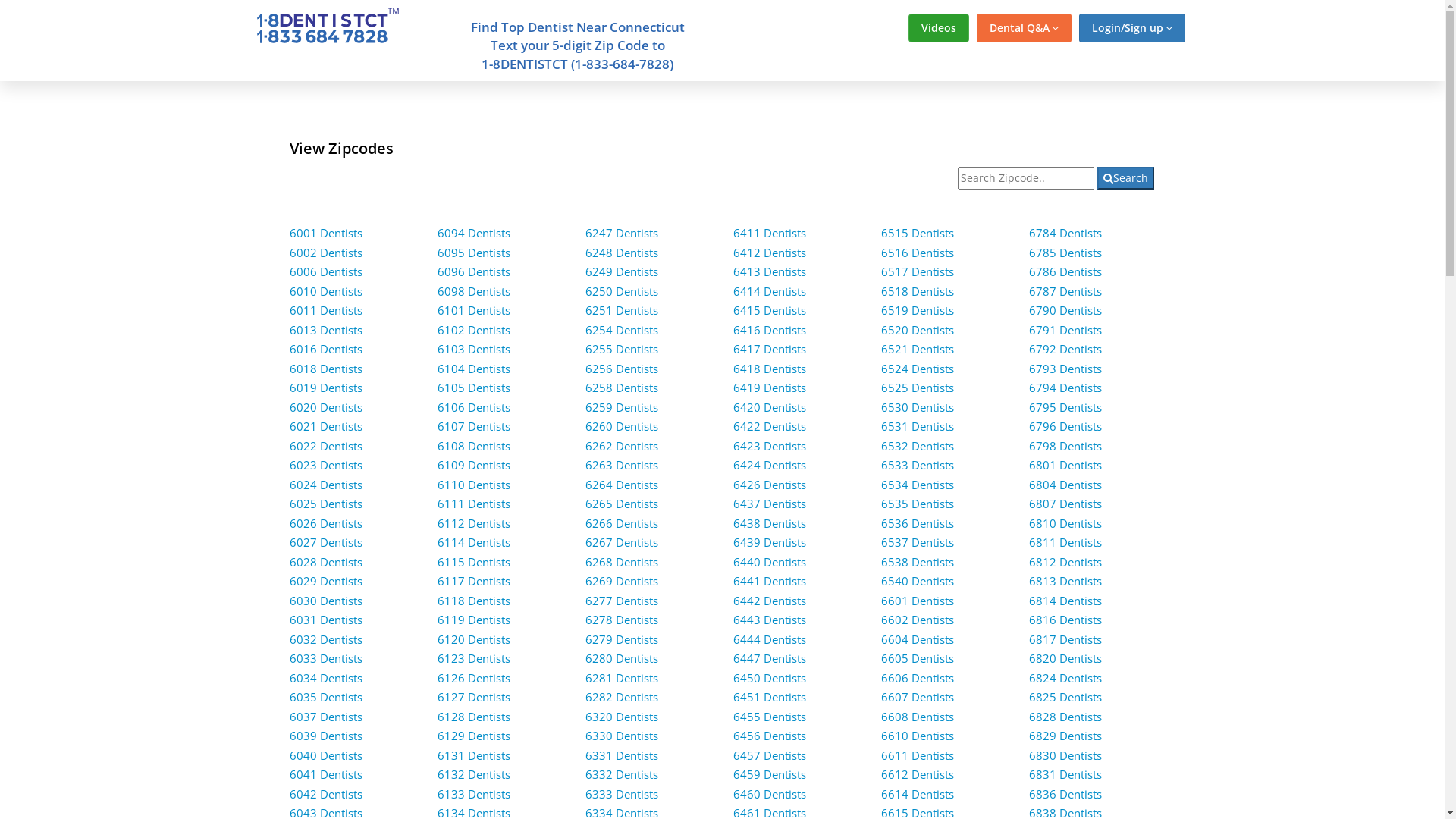 Image resolution: width=1456 pixels, height=819 pixels. I want to click on '6110 Dentists', so click(436, 485).